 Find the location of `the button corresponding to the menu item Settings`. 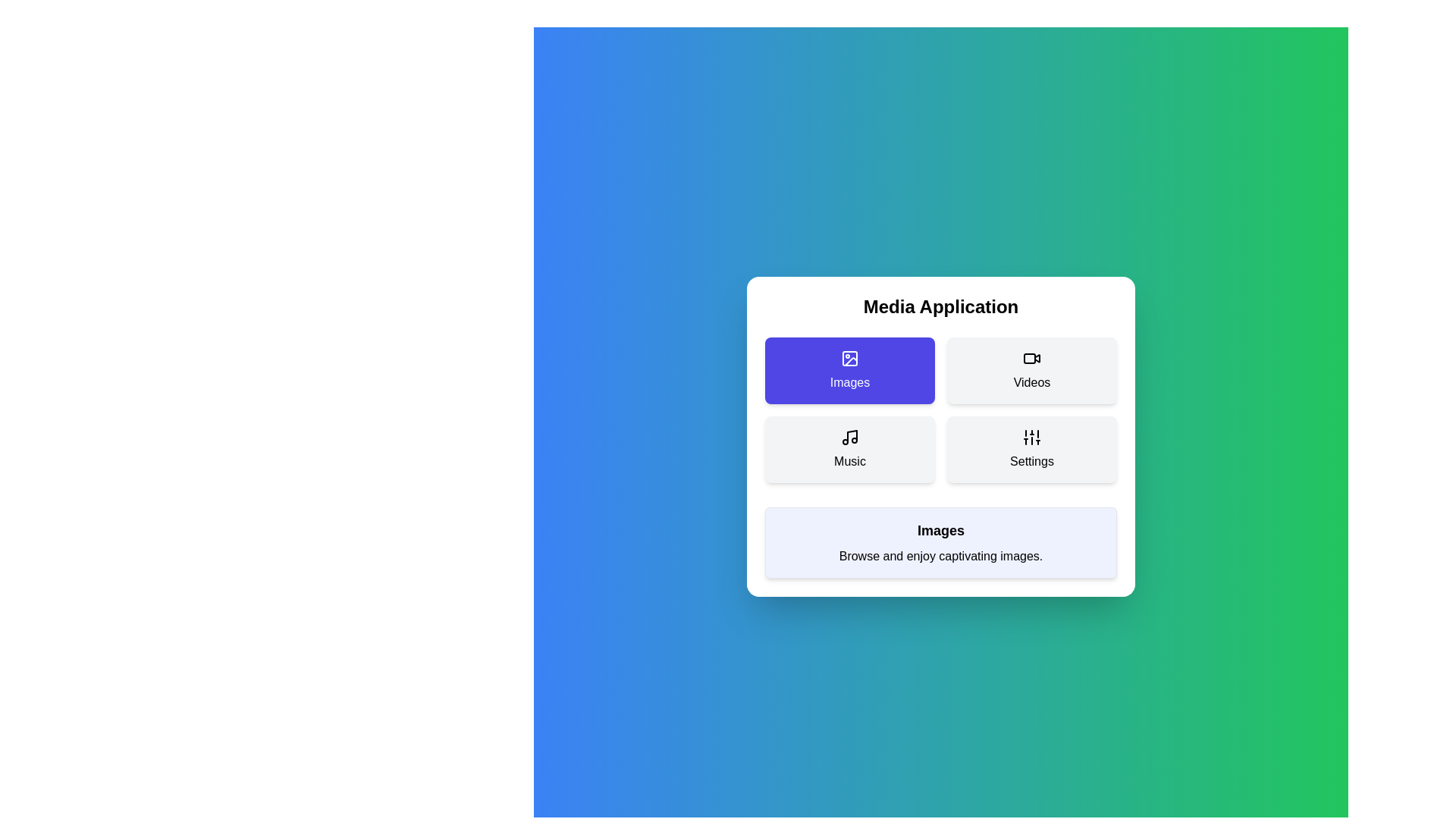

the button corresponding to the menu item Settings is located at coordinates (1031, 449).